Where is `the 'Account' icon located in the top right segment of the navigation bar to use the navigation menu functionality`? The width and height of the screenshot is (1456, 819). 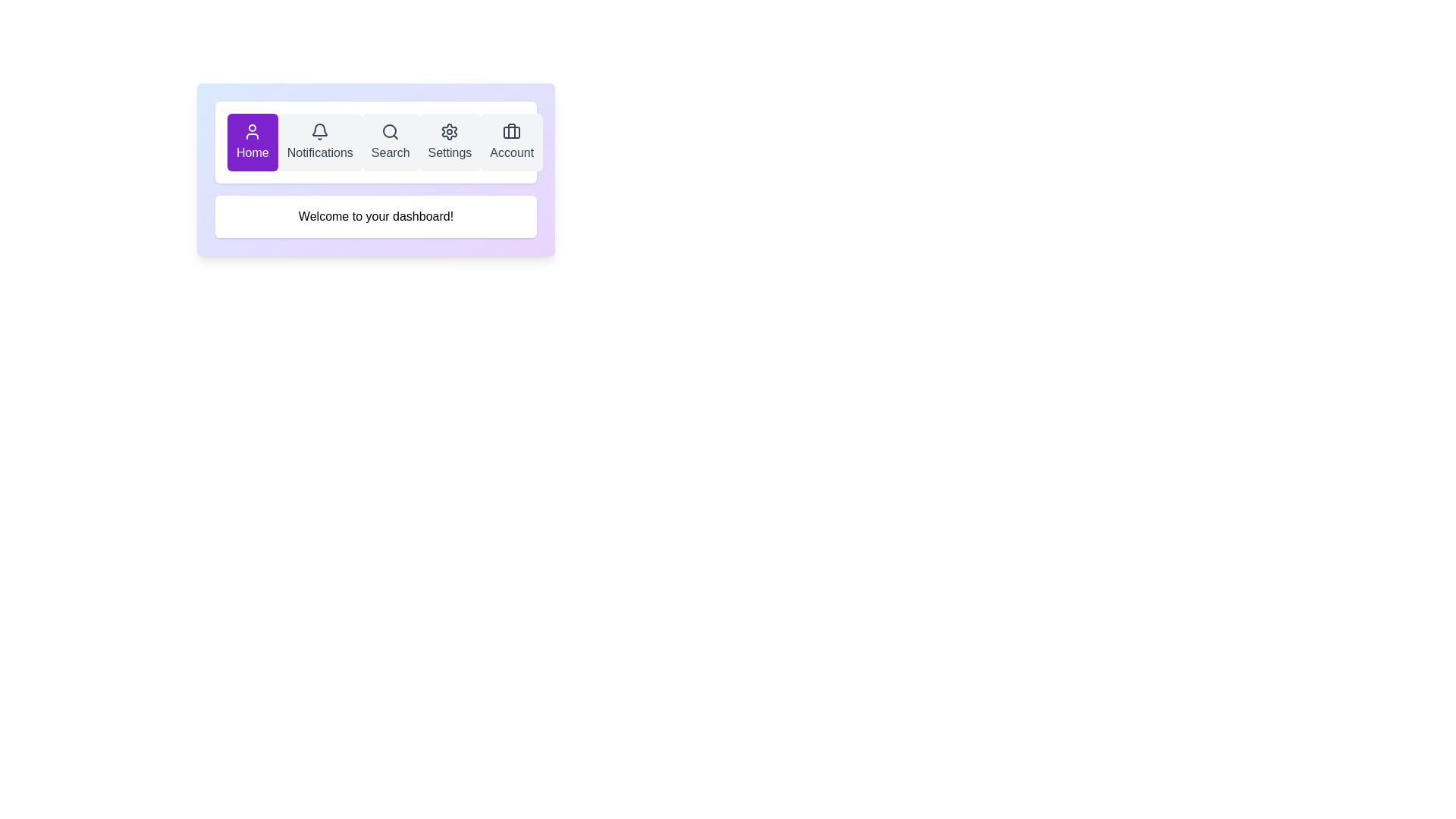
the 'Account' icon located in the top right segment of the navigation bar to use the navigation menu functionality is located at coordinates (512, 130).